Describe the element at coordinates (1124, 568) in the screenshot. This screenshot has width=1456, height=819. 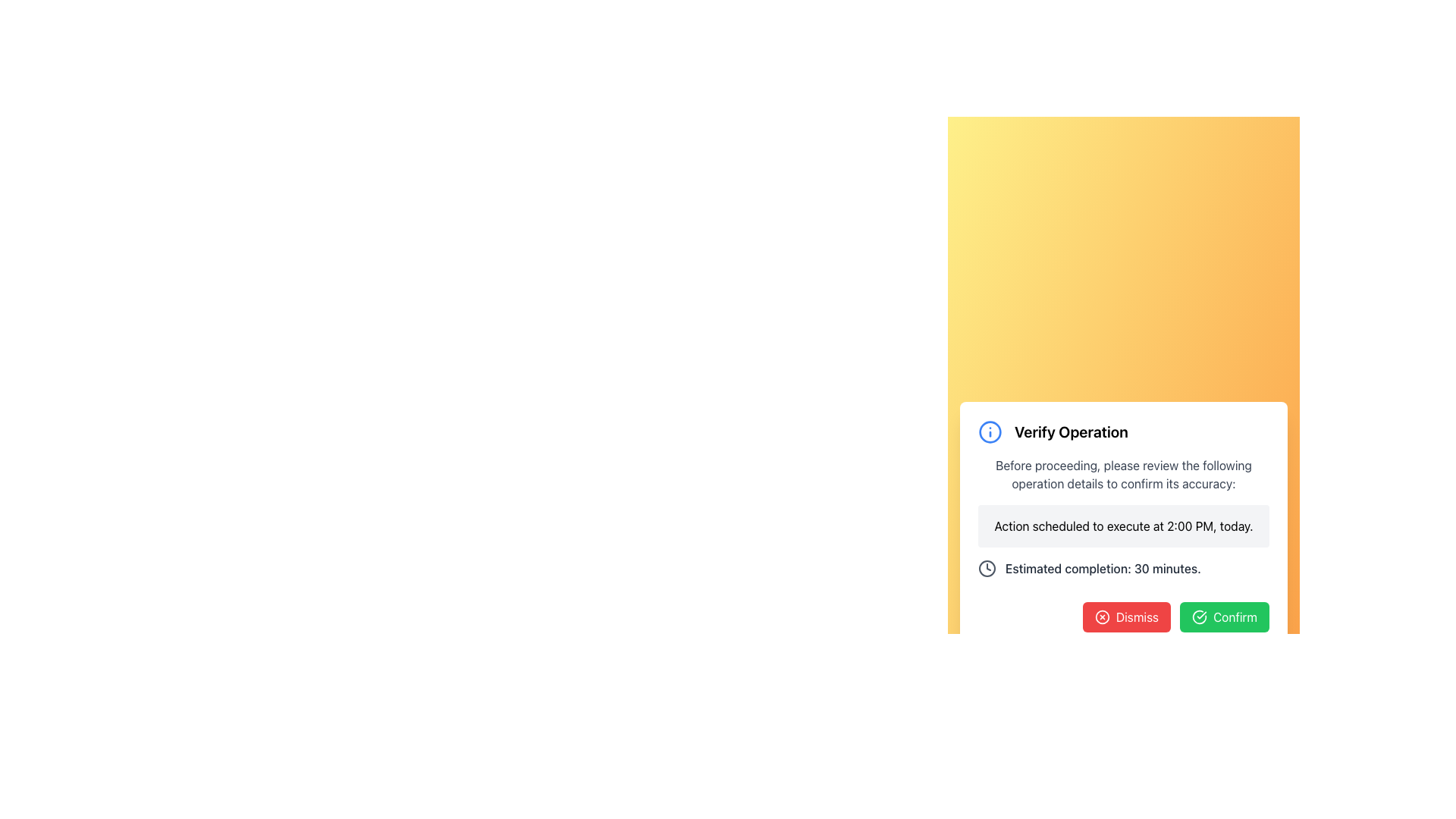
I see `the 'estimated completion time' text element with an icon located in the confirmation dialog, positioned below the description text and above the 'Dismiss' and 'Confirm' buttons` at that location.